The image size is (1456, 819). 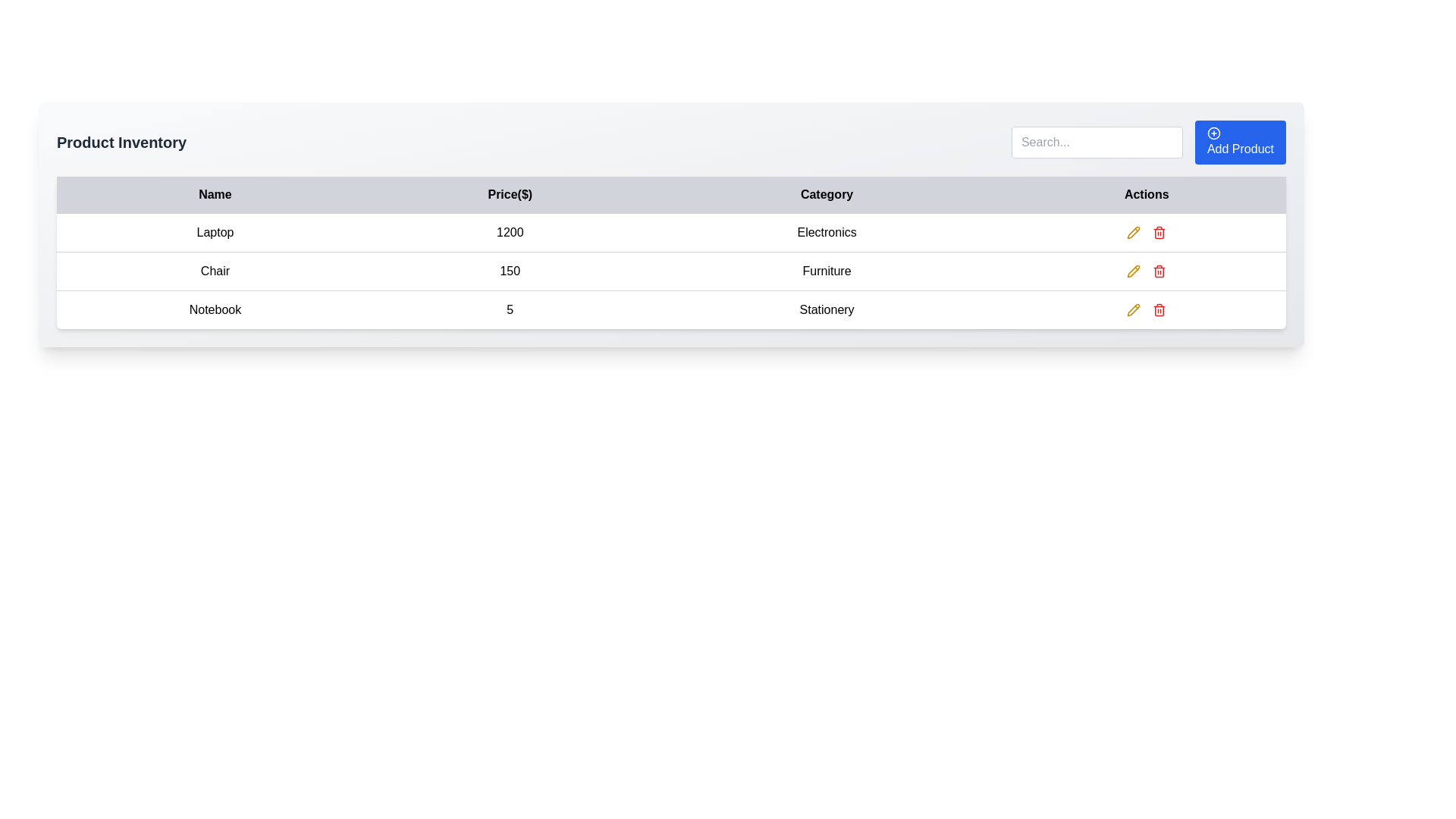 What do you see at coordinates (1159, 233) in the screenshot?
I see `the delete icon button located in the third column under the 'Actions' header in the first row of the table` at bounding box center [1159, 233].